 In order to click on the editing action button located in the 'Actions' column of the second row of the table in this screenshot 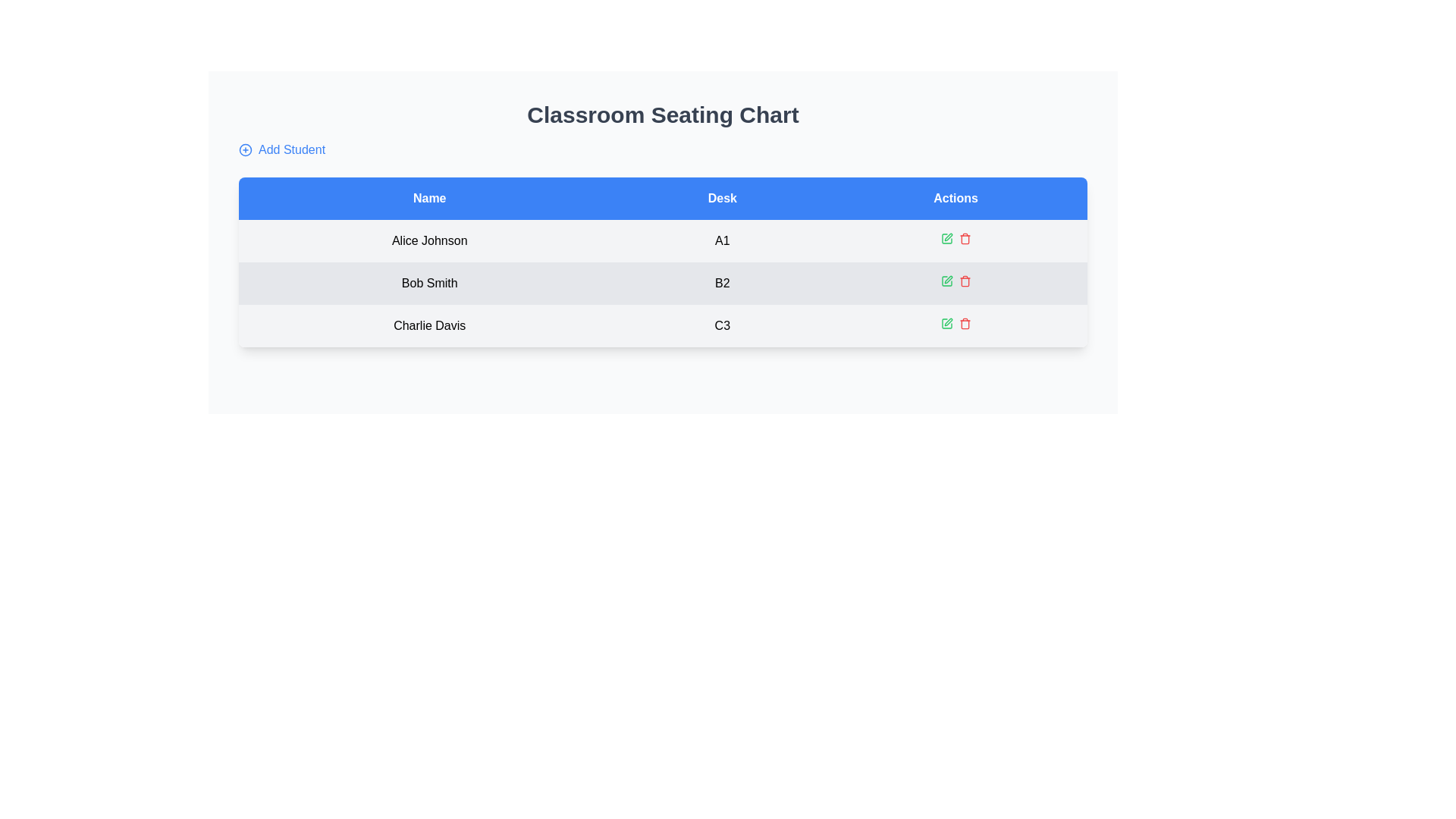, I will do `click(946, 281)`.